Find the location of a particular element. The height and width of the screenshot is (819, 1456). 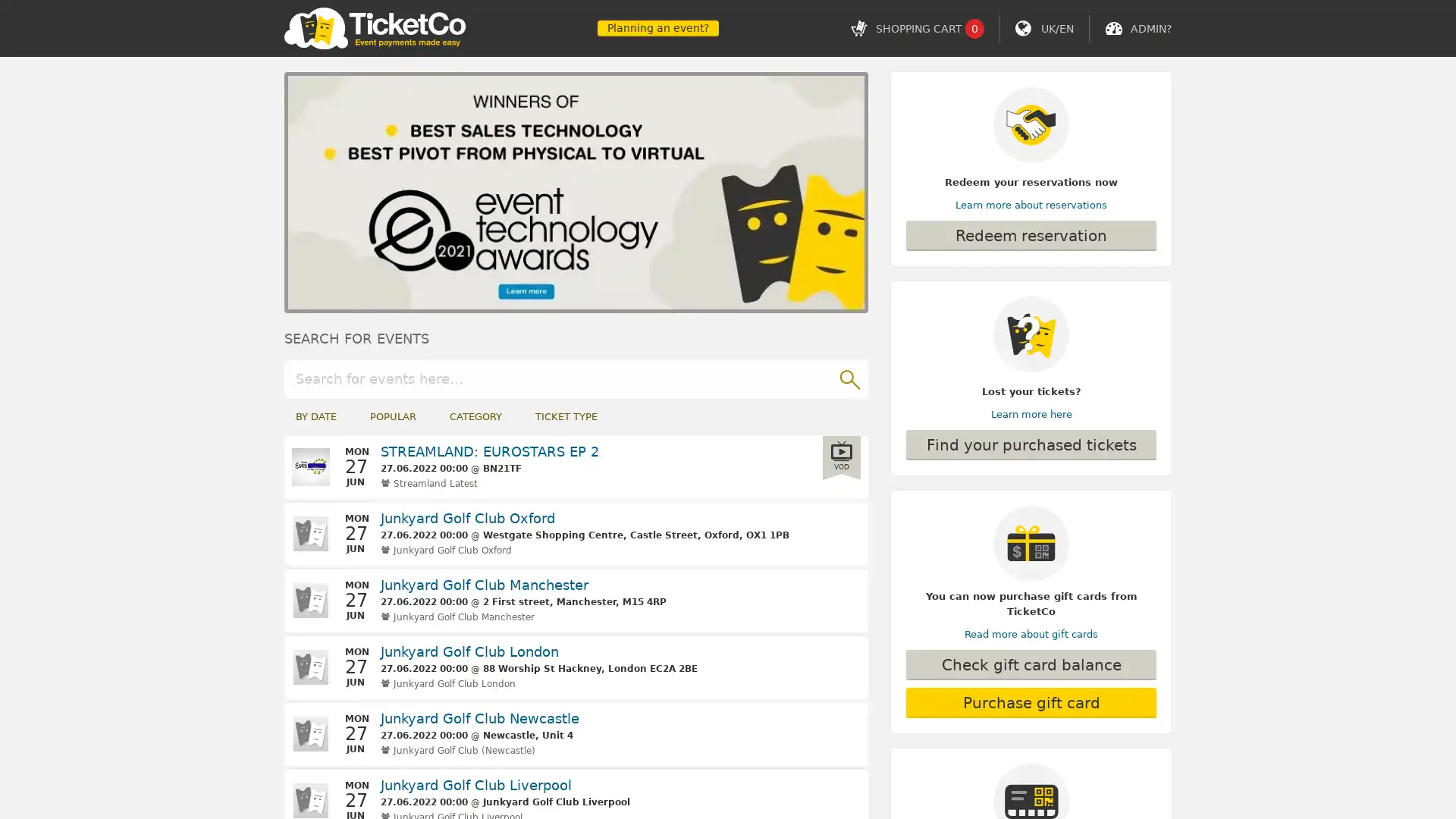

Check gift card balance is located at coordinates (1031, 664).